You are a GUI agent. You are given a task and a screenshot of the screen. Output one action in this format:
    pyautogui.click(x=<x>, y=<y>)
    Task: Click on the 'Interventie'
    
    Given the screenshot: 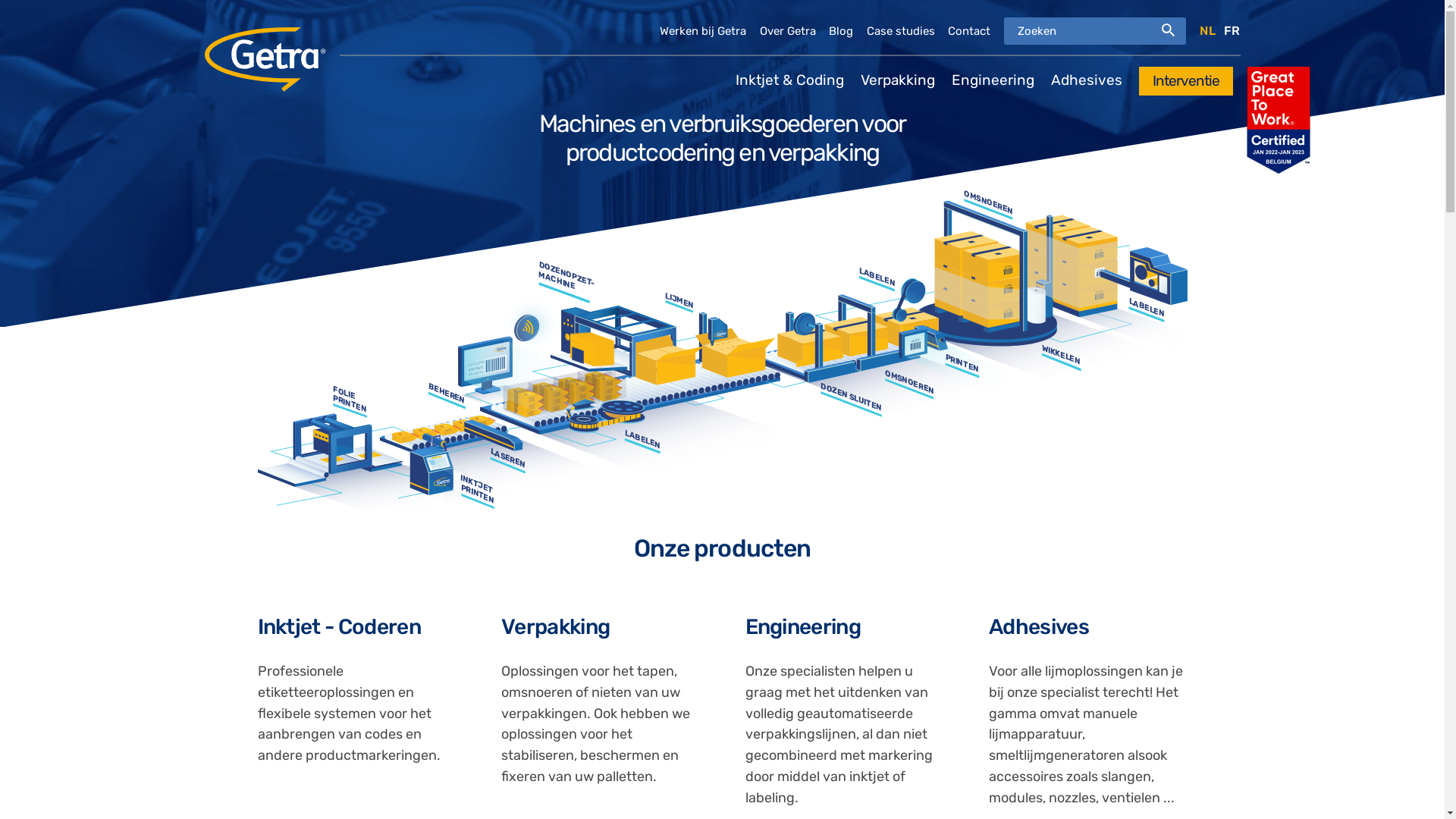 What is the action you would take?
    pyautogui.click(x=1185, y=81)
    